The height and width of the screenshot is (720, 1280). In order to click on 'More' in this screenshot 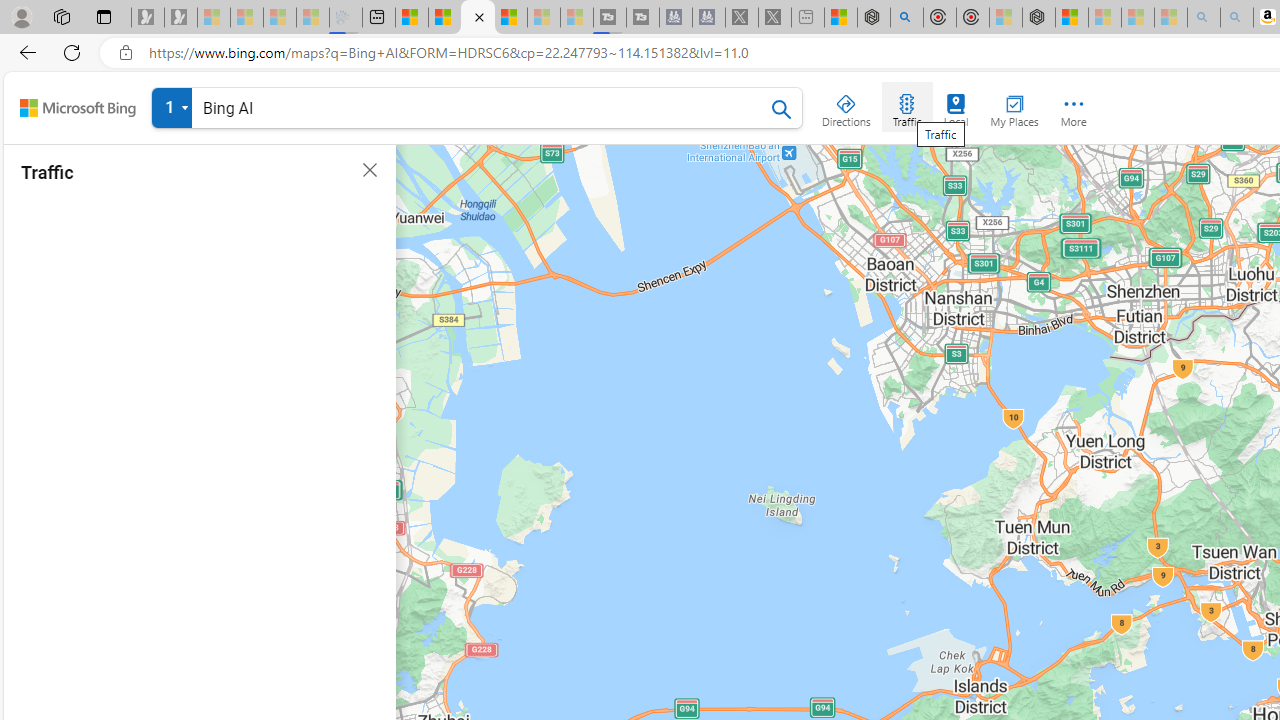, I will do `click(1072, 106)`.